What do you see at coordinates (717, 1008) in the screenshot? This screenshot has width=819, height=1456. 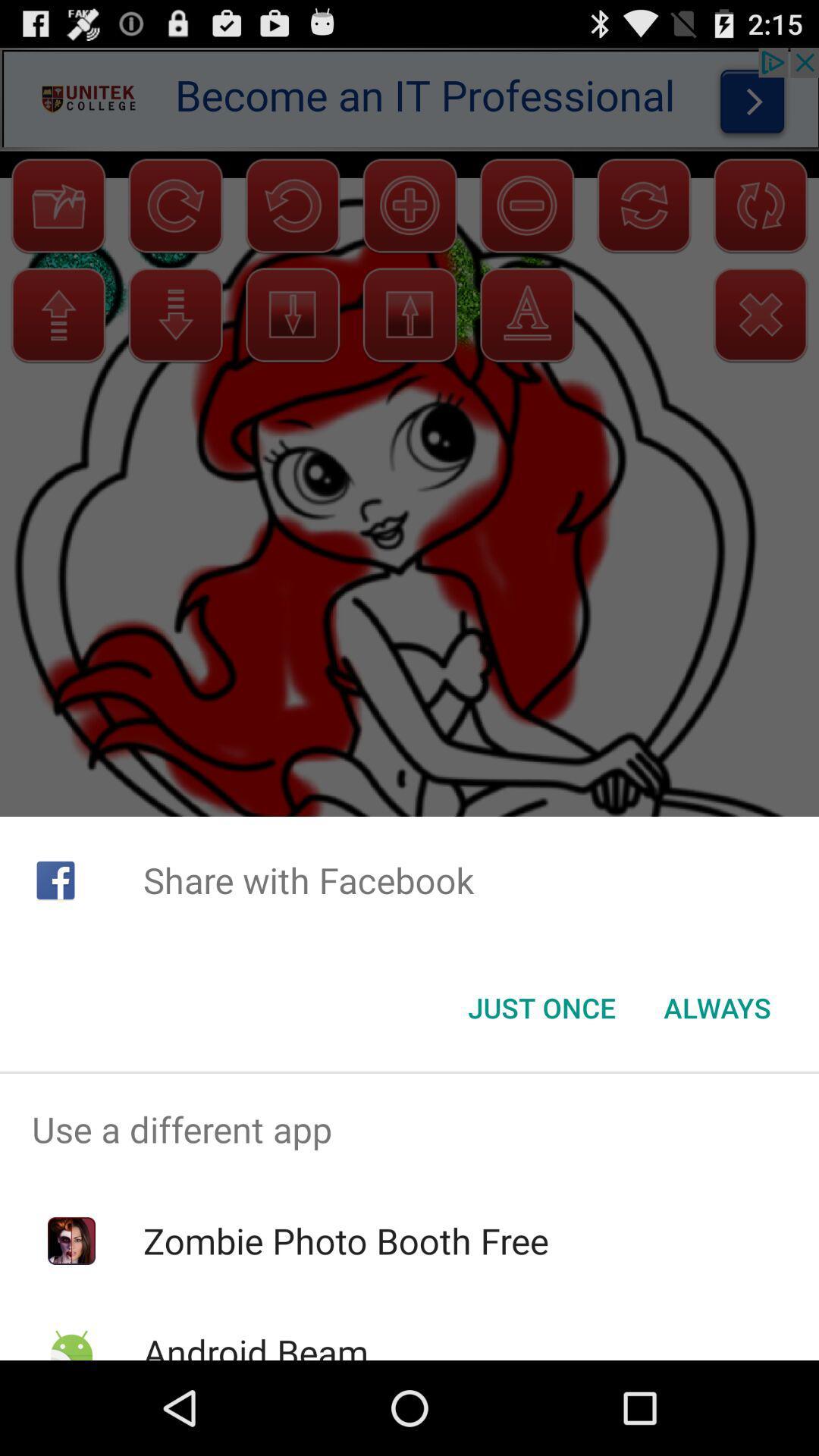 I see `always button` at bounding box center [717, 1008].